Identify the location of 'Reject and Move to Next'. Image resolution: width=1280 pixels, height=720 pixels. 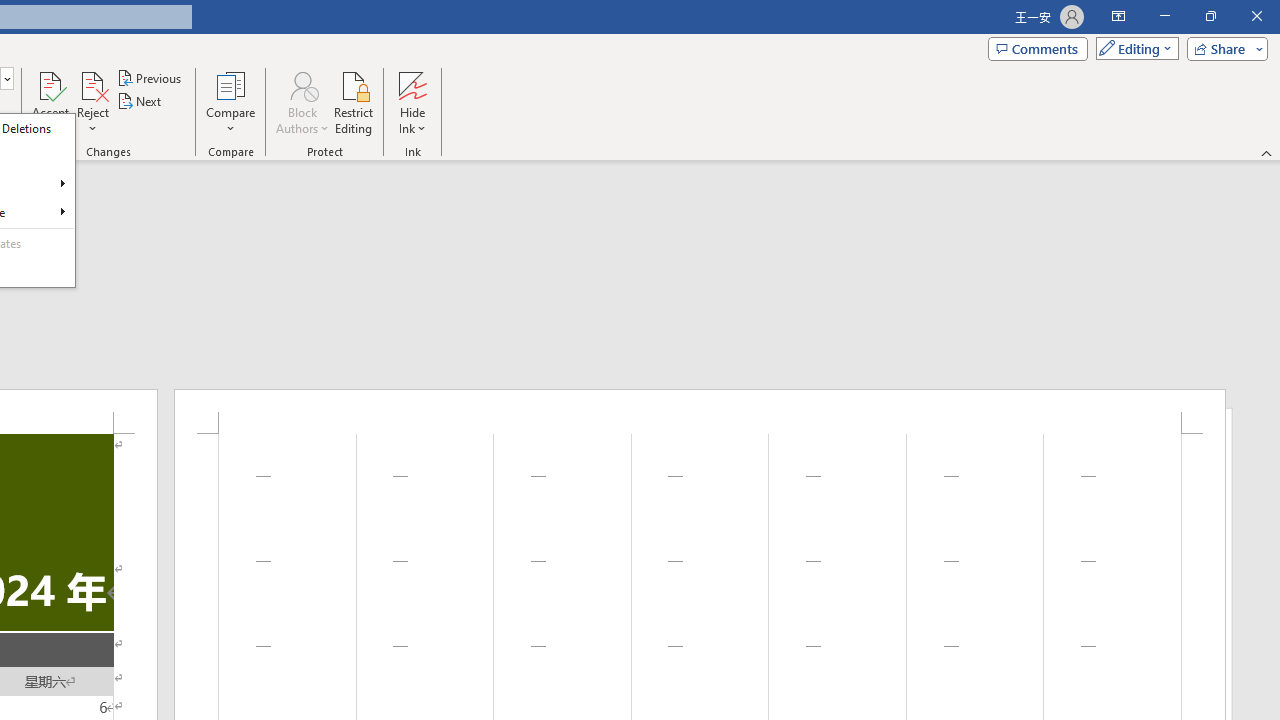
(91, 84).